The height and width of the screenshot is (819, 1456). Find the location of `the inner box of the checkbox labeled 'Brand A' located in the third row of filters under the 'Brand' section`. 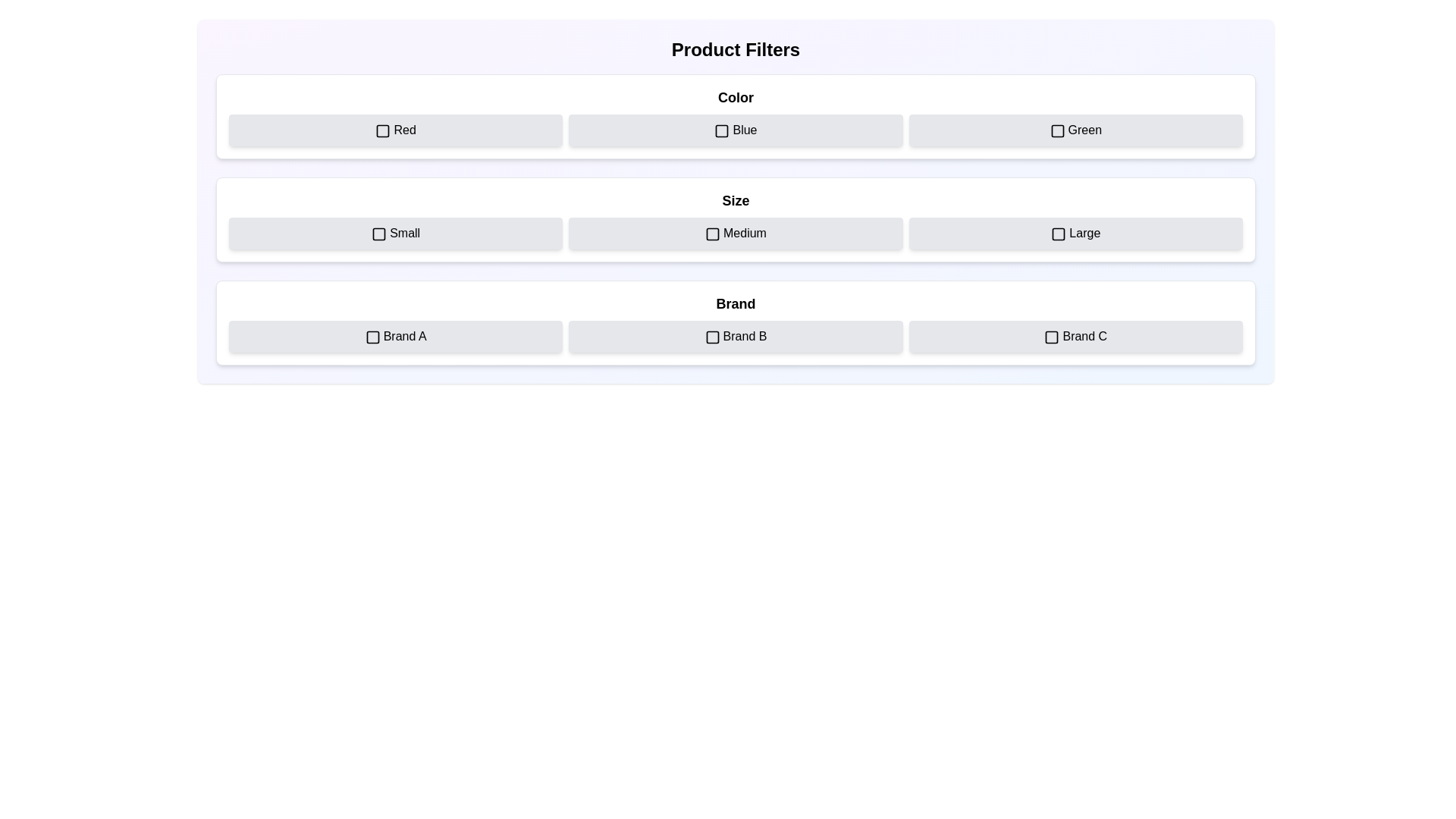

the inner box of the checkbox labeled 'Brand A' located in the third row of filters under the 'Brand' section is located at coordinates (372, 336).